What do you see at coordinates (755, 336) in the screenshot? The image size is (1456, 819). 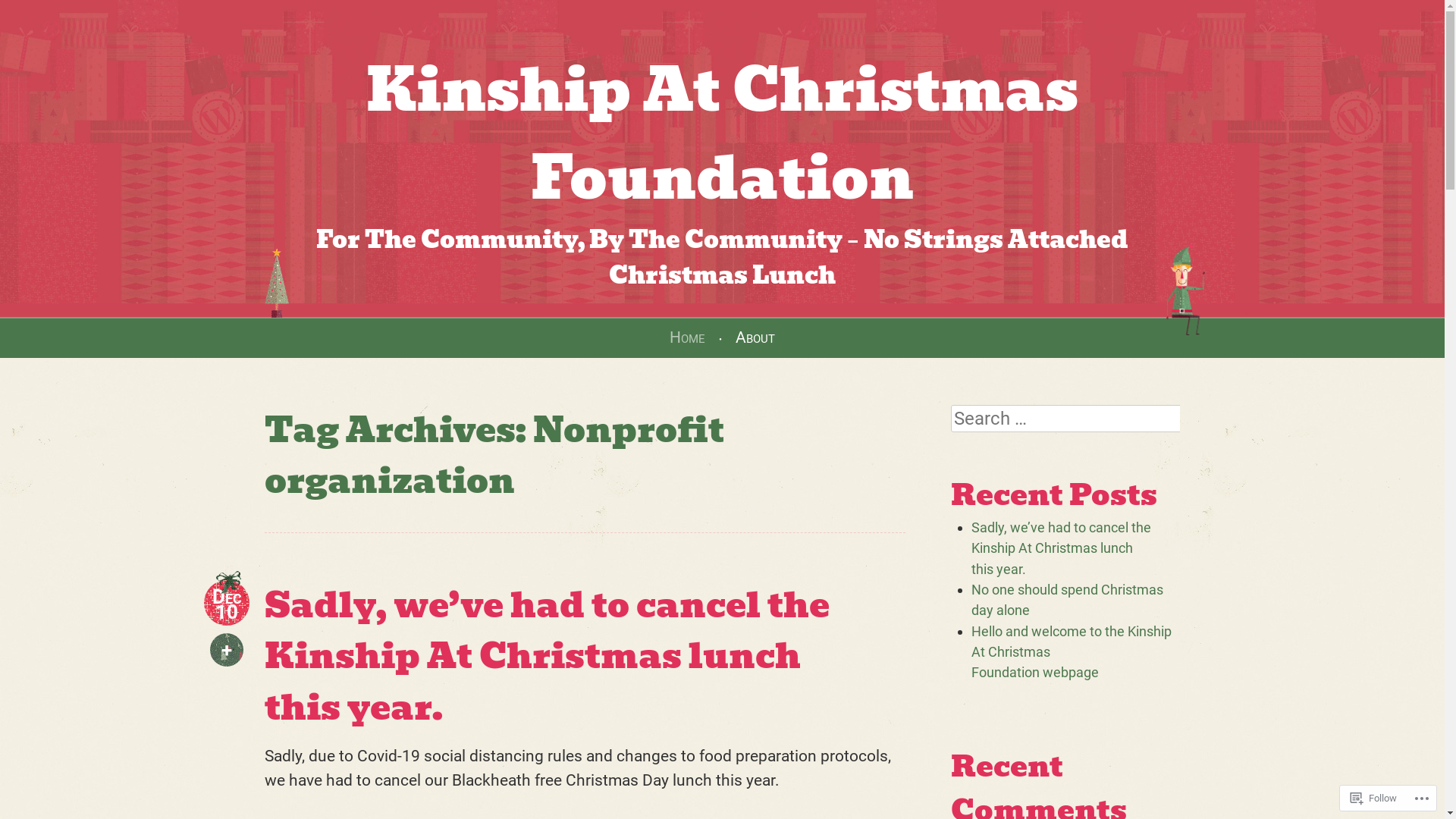 I see `'About'` at bounding box center [755, 336].